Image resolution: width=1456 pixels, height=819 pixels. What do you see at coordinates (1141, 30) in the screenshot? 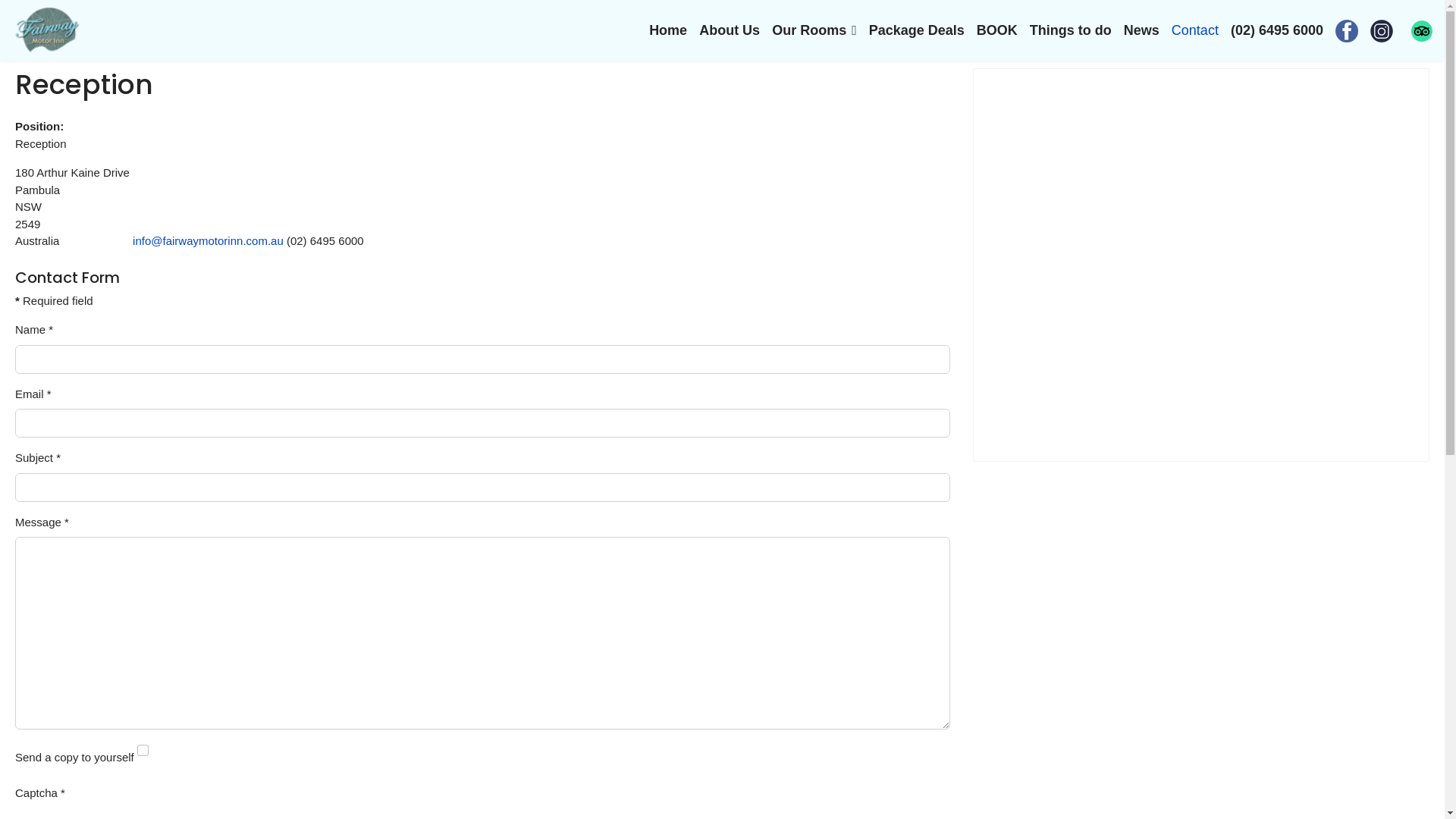
I see `'News'` at bounding box center [1141, 30].